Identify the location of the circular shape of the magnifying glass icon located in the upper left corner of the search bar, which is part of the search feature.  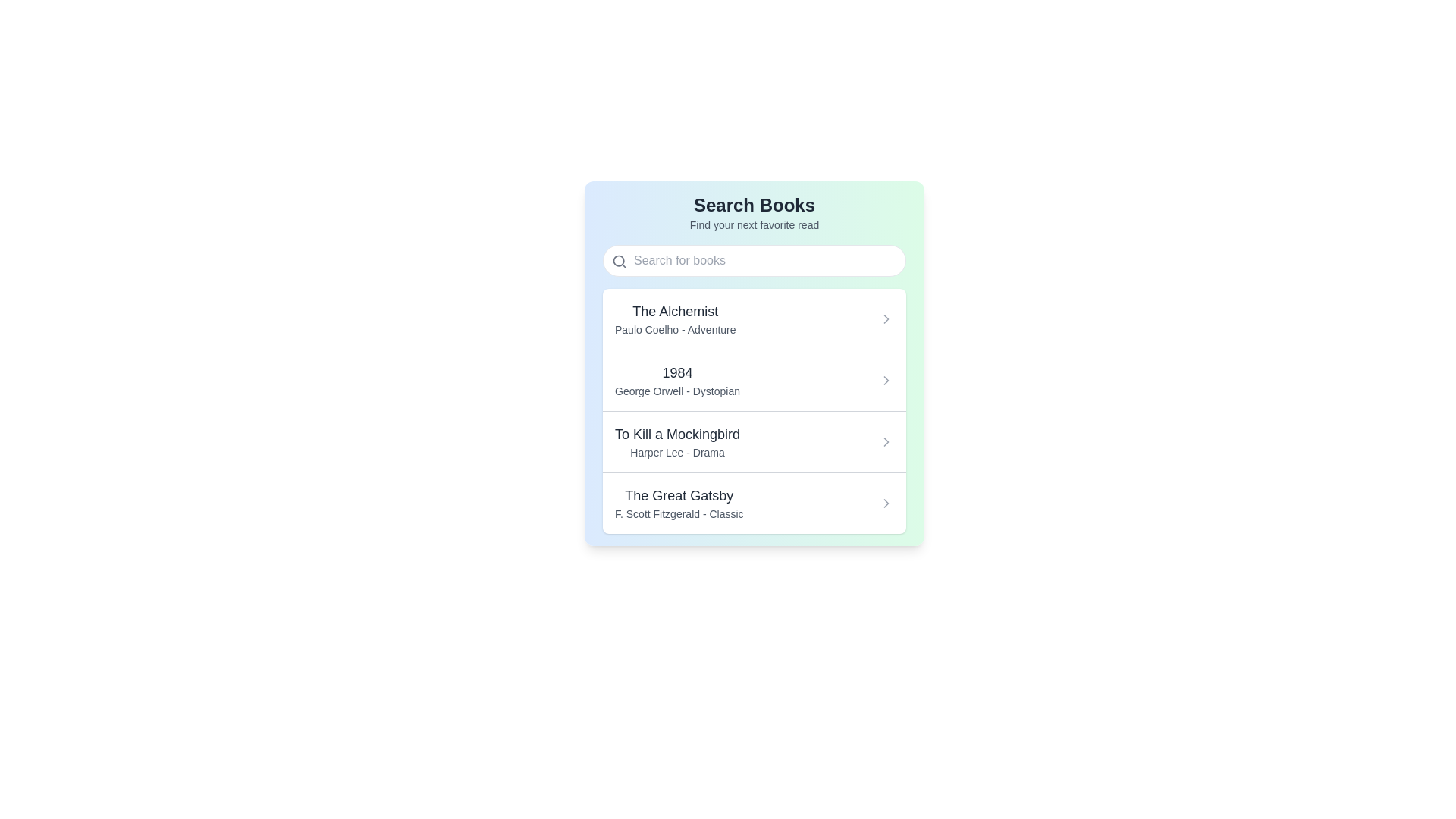
(619, 260).